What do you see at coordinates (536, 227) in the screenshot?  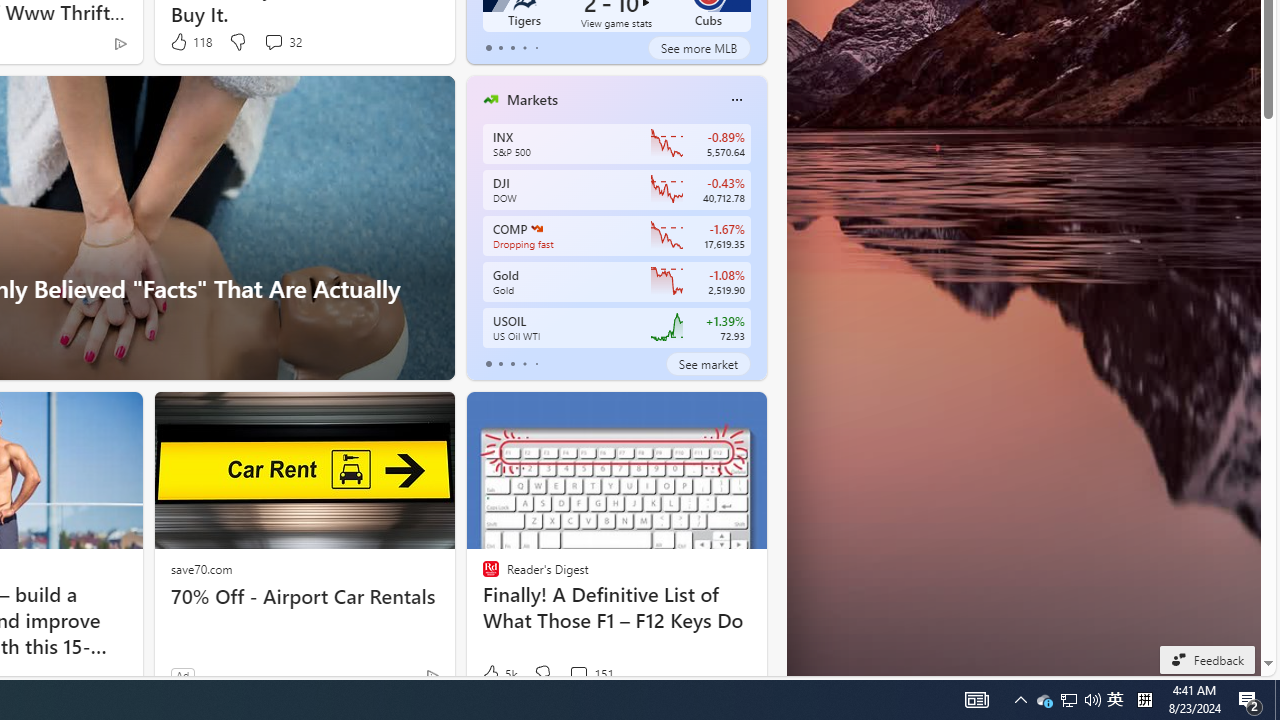 I see `'NASDAQ'` at bounding box center [536, 227].